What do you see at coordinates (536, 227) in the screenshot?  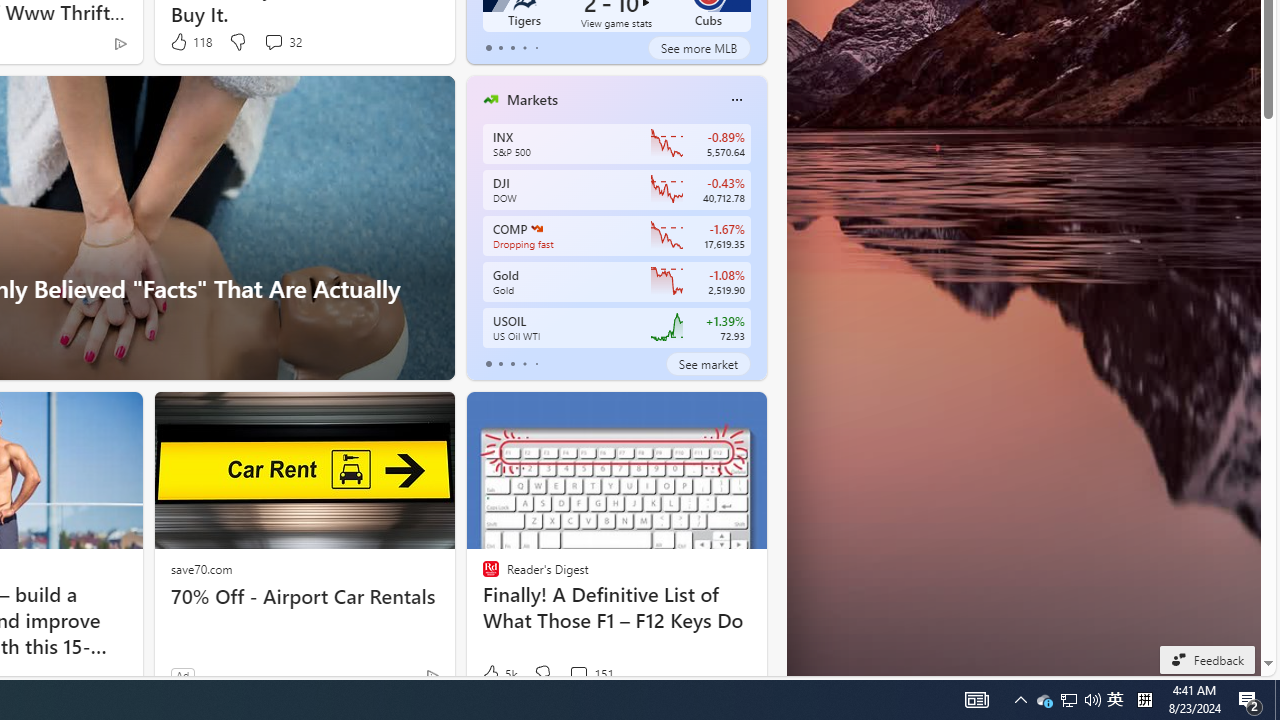 I see `'NASDAQ'` at bounding box center [536, 227].